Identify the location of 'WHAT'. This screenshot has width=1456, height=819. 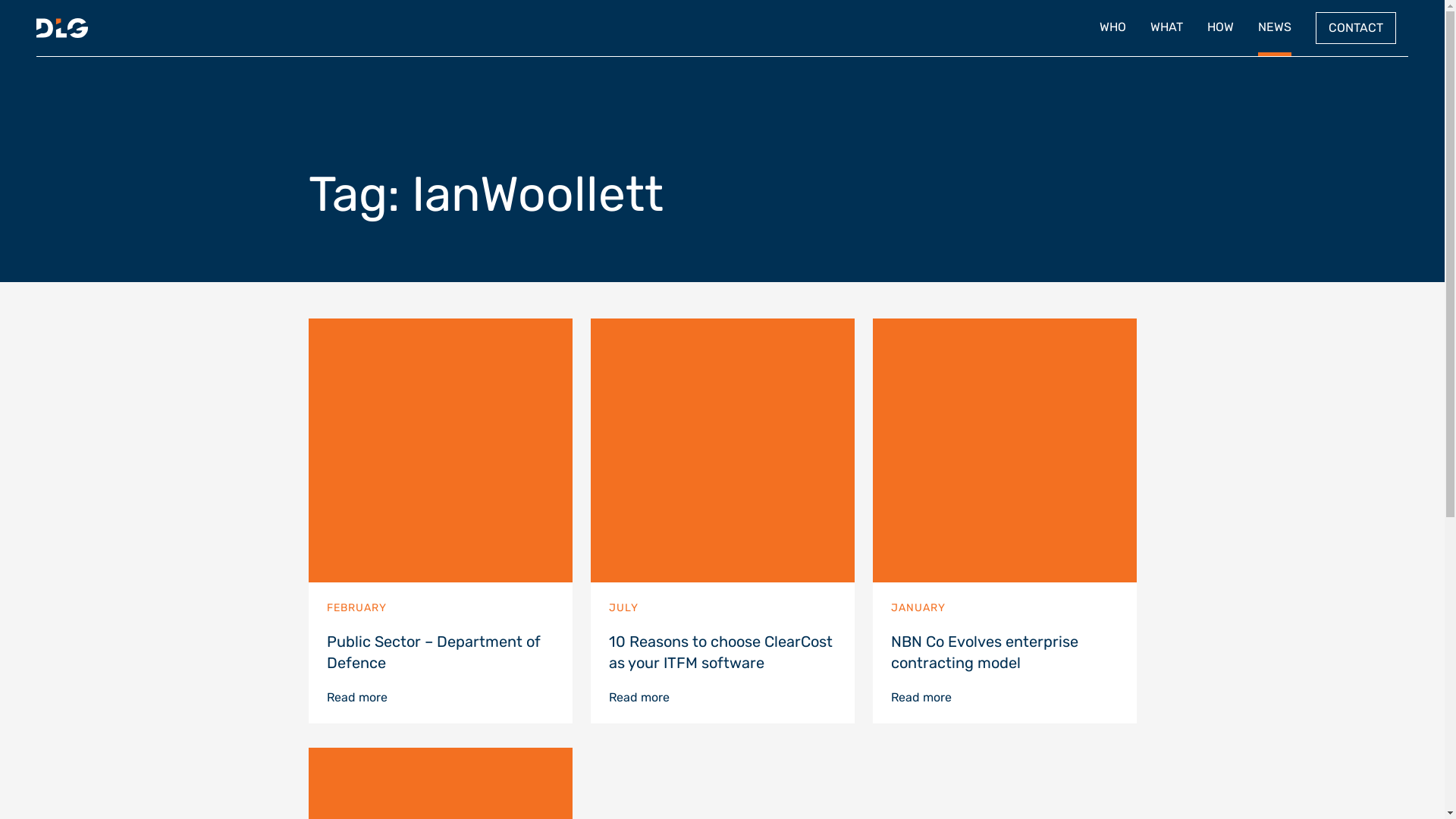
(1166, 28).